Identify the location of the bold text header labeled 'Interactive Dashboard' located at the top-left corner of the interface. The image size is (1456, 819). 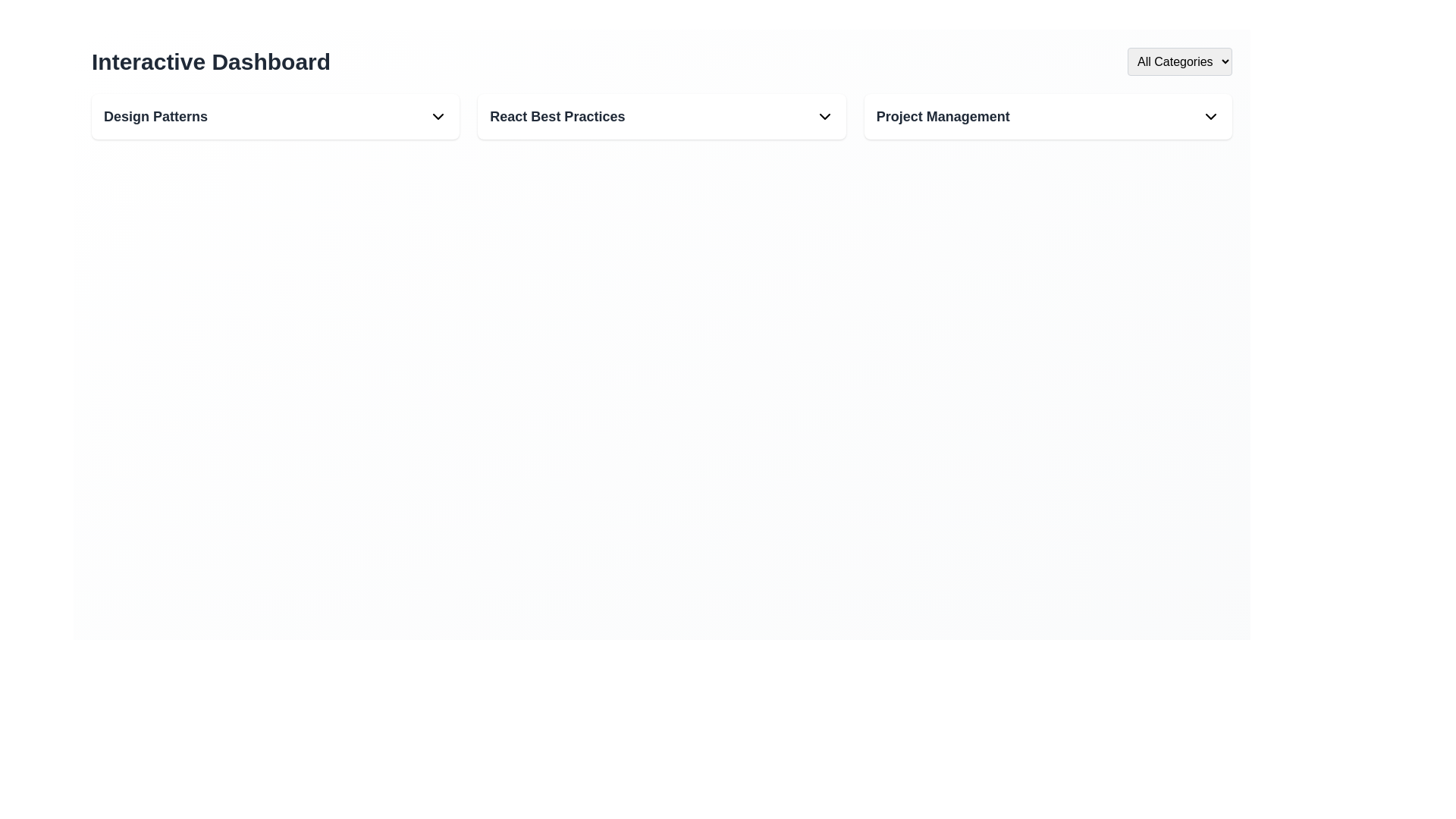
(210, 61).